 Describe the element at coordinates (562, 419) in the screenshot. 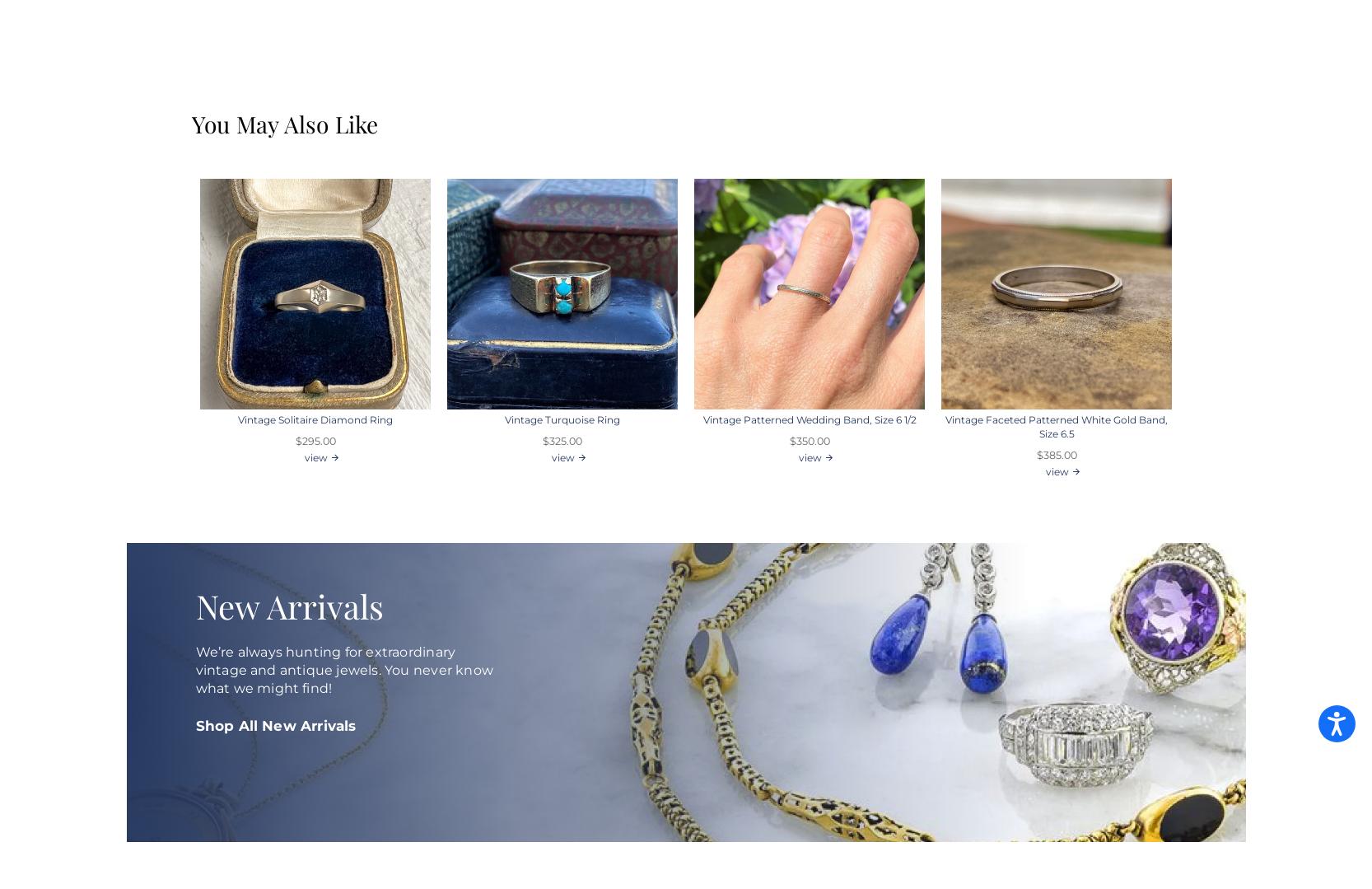

I see `'Vintage Turquoise Ring'` at that location.